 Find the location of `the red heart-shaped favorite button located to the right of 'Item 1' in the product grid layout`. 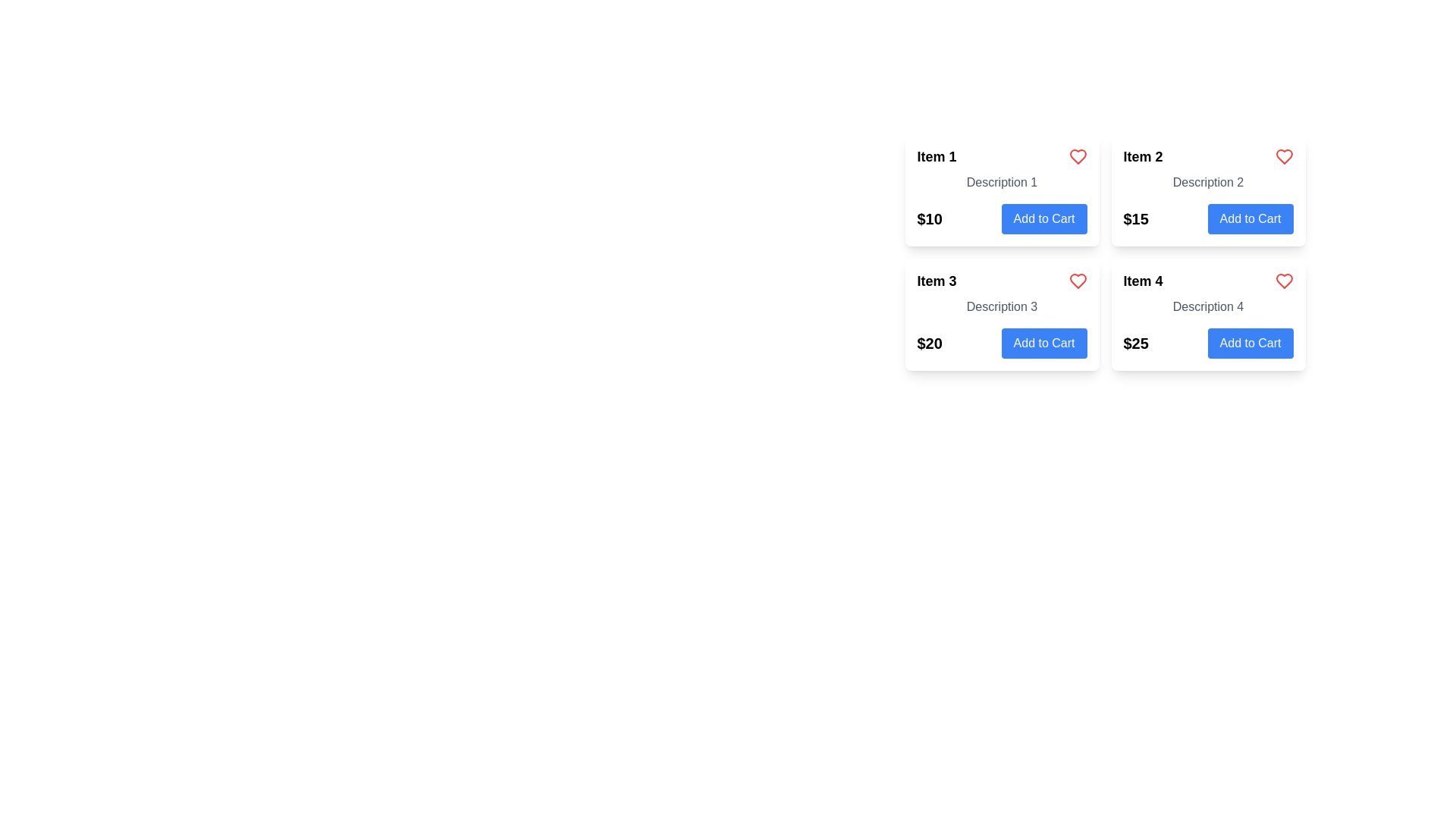

the red heart-shaped favorite button located to the right of 'Item 1' in the product grid layout is located at coordinates (1077, 157).